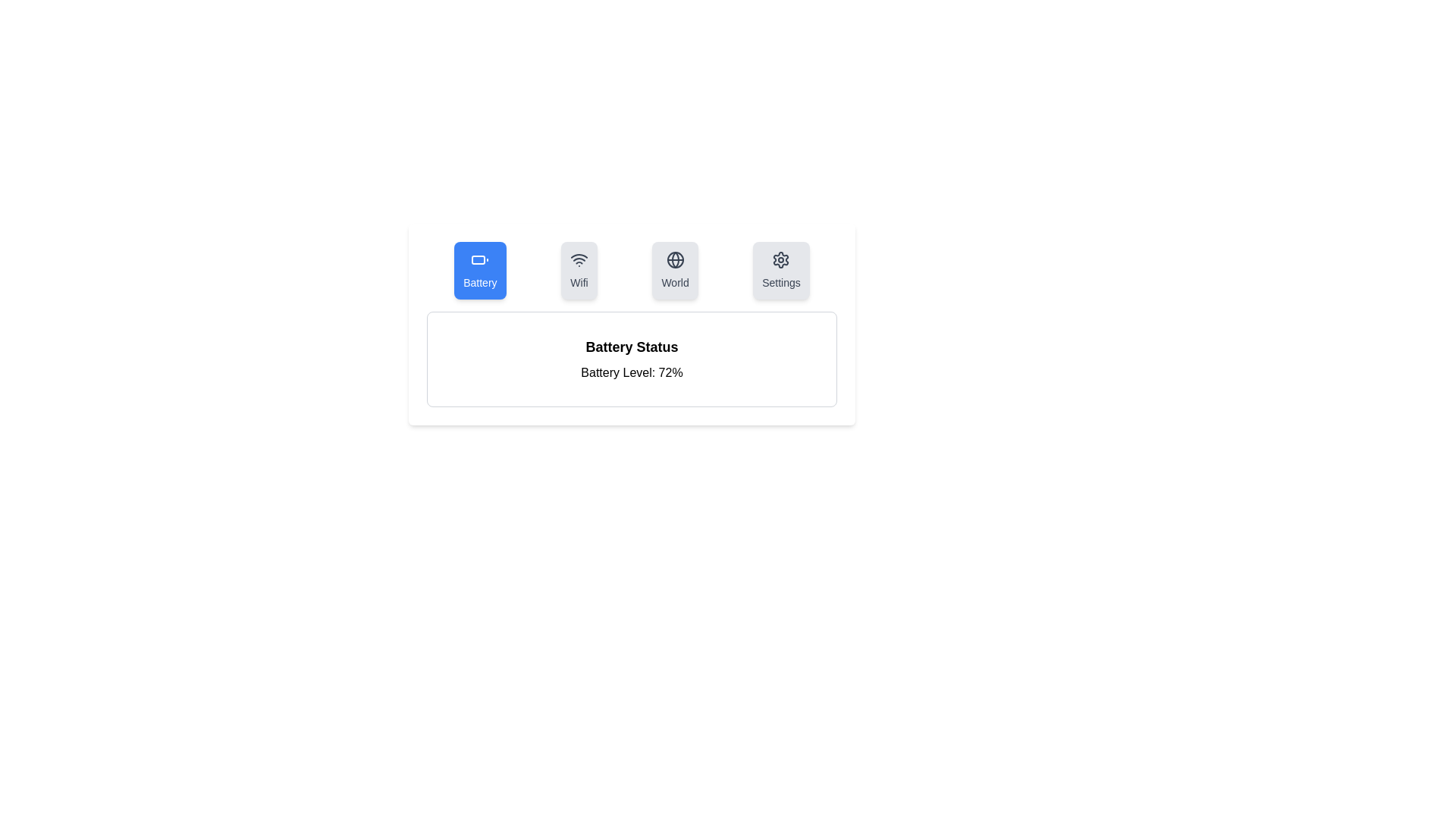 The width and height of the screenshot is (1456, 819). Describe the element at coordinates (632, 359) in the screenshot. I see `the text area to select the content` at that location.